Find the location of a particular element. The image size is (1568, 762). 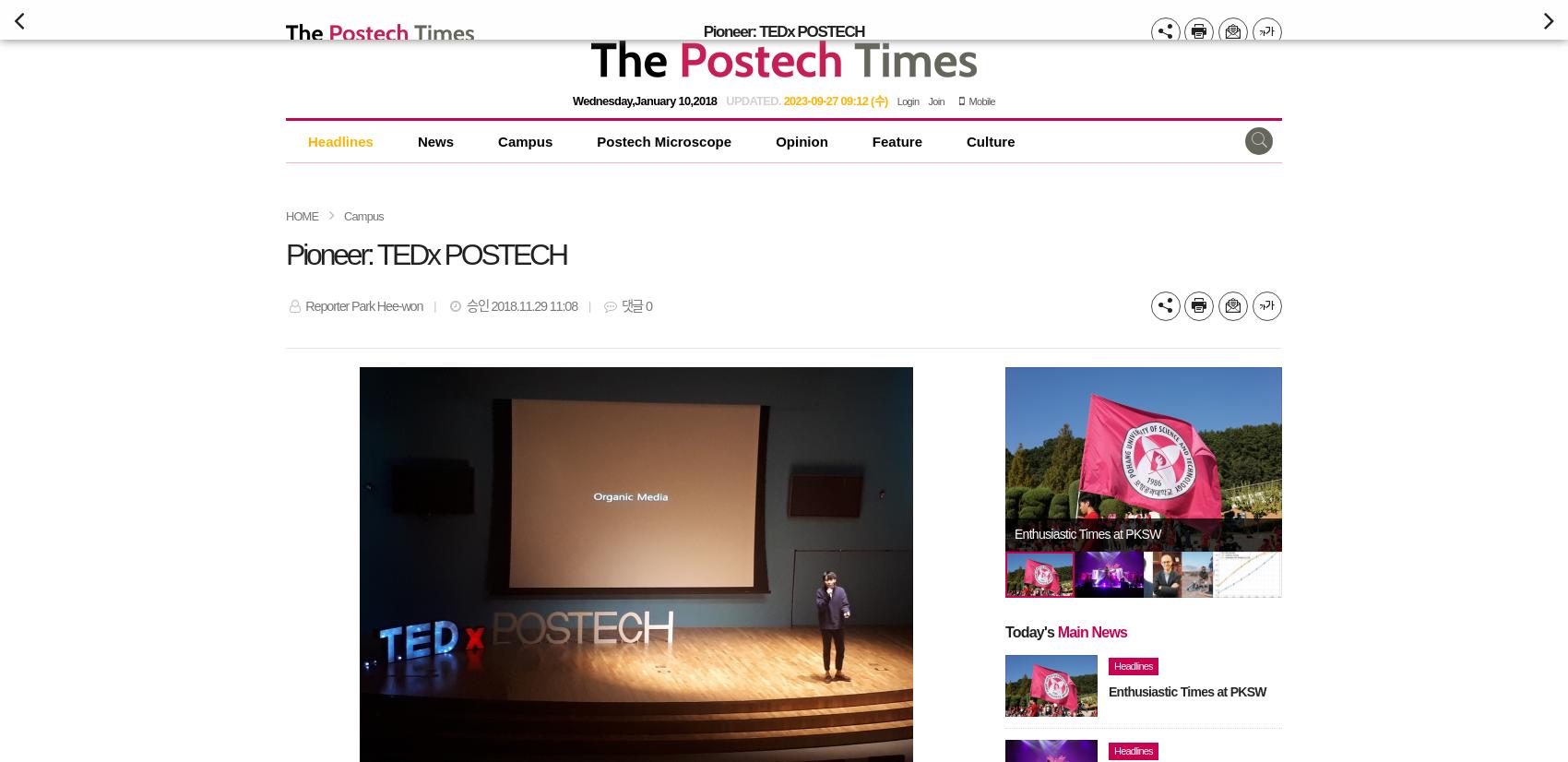

'Opinion' is located at coordinates (802, 140).